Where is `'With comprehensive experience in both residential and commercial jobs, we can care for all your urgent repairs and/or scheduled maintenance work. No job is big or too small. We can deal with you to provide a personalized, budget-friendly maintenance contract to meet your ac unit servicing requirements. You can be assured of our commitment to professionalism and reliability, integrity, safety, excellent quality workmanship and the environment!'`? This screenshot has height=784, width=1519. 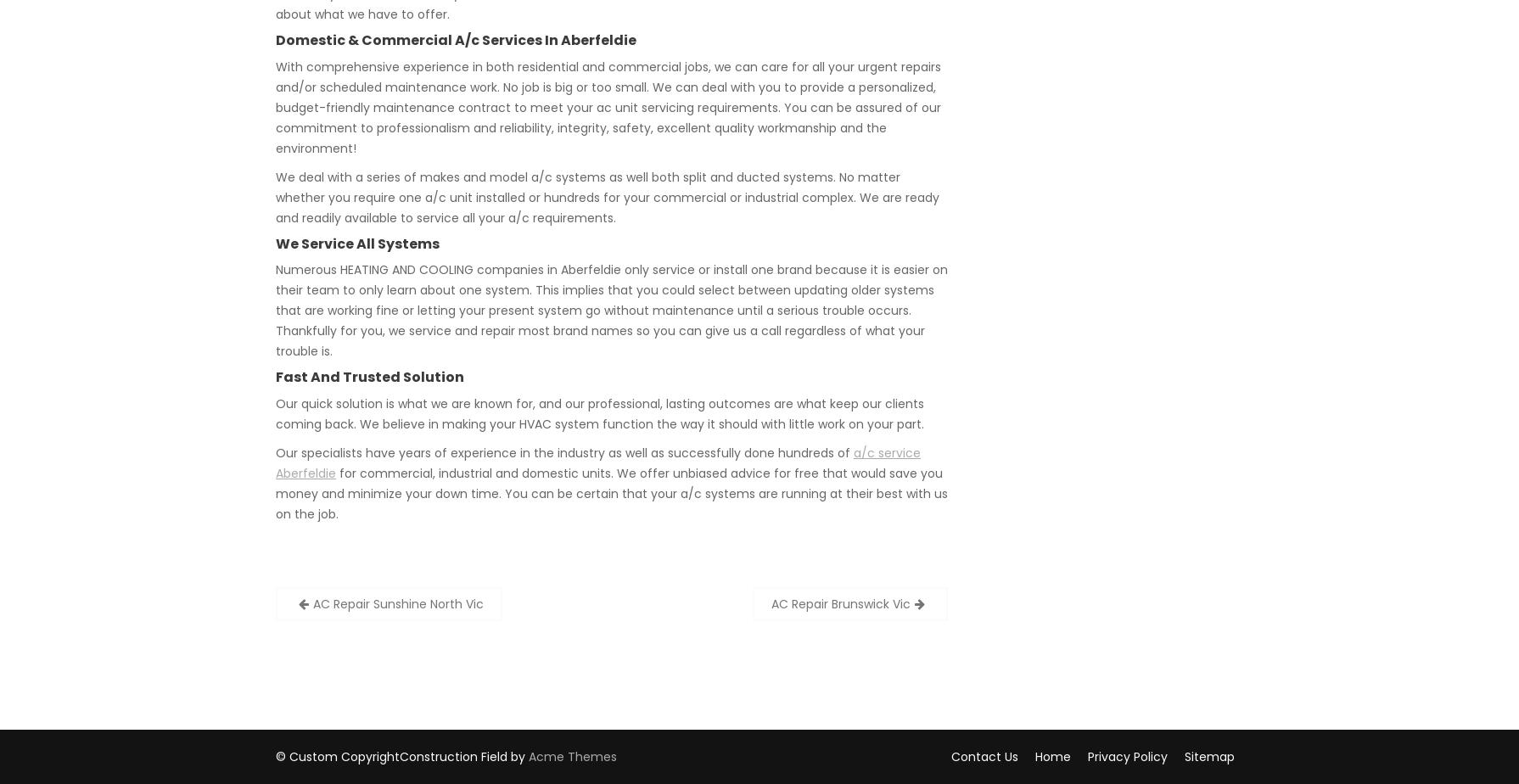 'With comprehensive experience in both residential and commercial jobs, we can care for all your urgent repairs and/or scheduled maintenance work. No job is big or too small. We can deal with you to provide a personalized, budget-friendly maintenance contract to meet your ac unit servicing requirements. You can be assured of our commitment to professionalism and reliability, integrity, safety, excellent quality workmanship and the environment!' is located at coordinates (608, 106).